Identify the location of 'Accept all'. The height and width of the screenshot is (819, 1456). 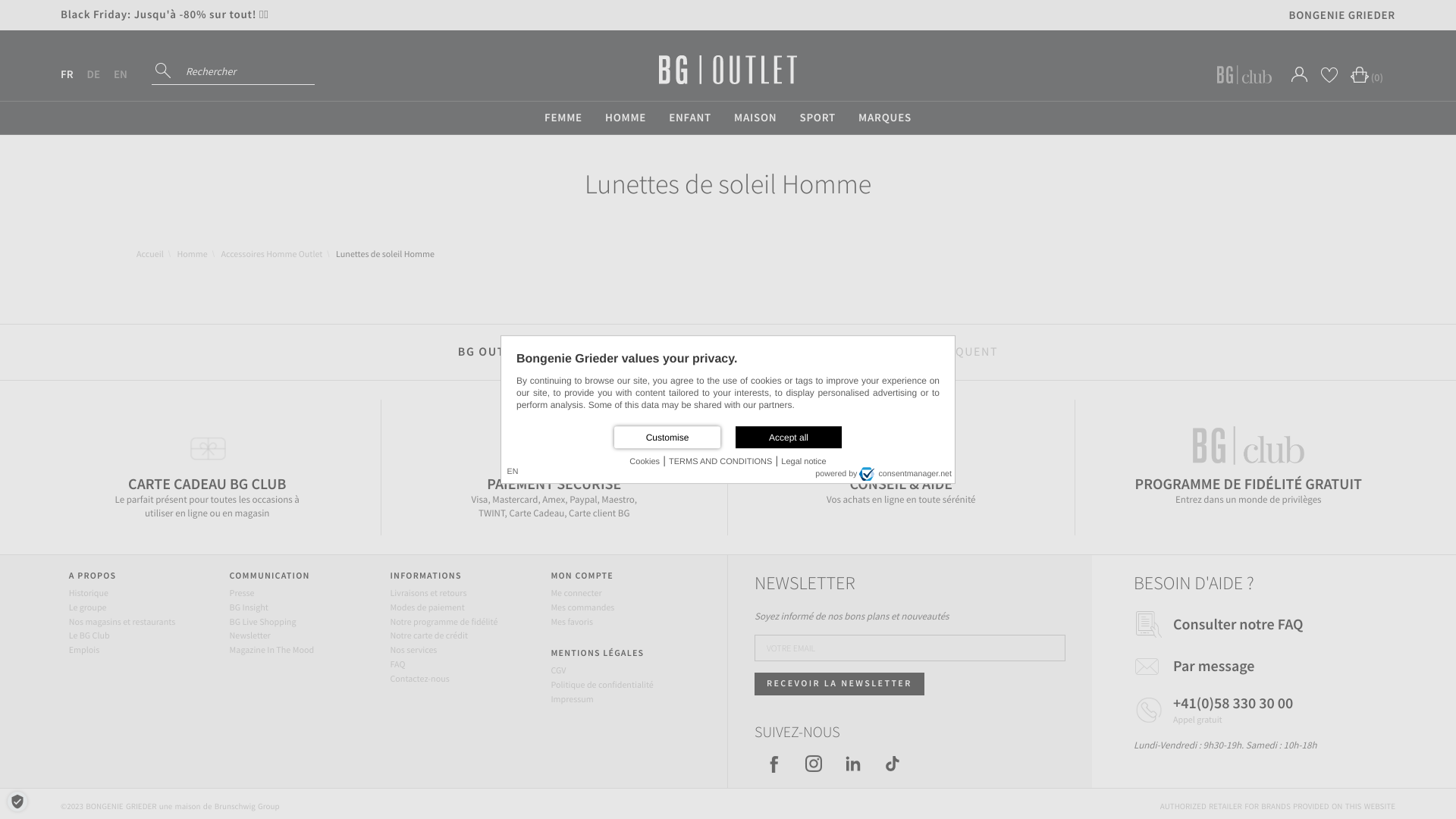
(735, 437).